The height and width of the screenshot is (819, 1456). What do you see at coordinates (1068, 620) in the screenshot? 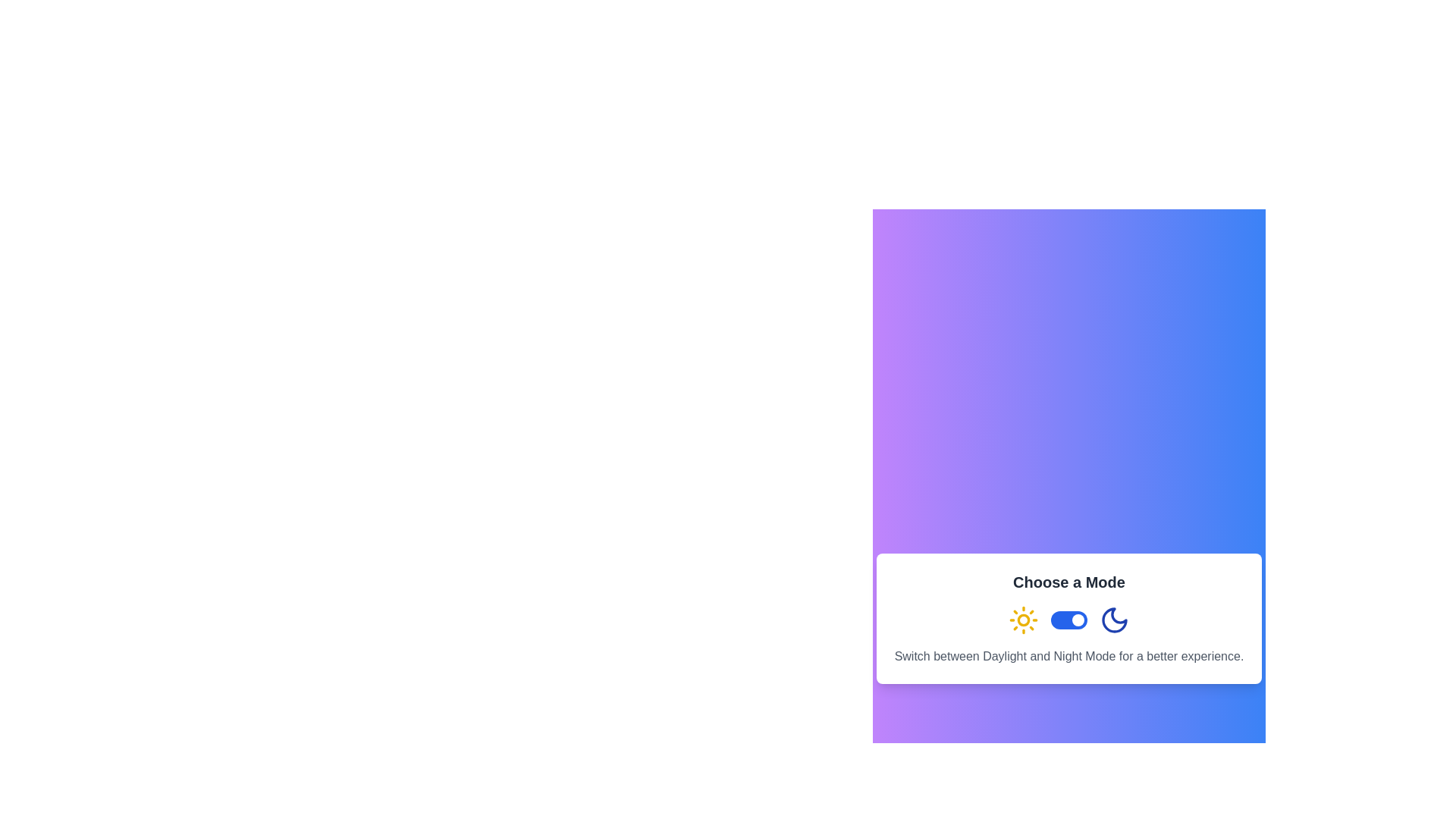
I see `the toggle switch located in the second row of the 'Choose a Mode' box to switch between daylight and night mode` at bounding box center [1068, 620].